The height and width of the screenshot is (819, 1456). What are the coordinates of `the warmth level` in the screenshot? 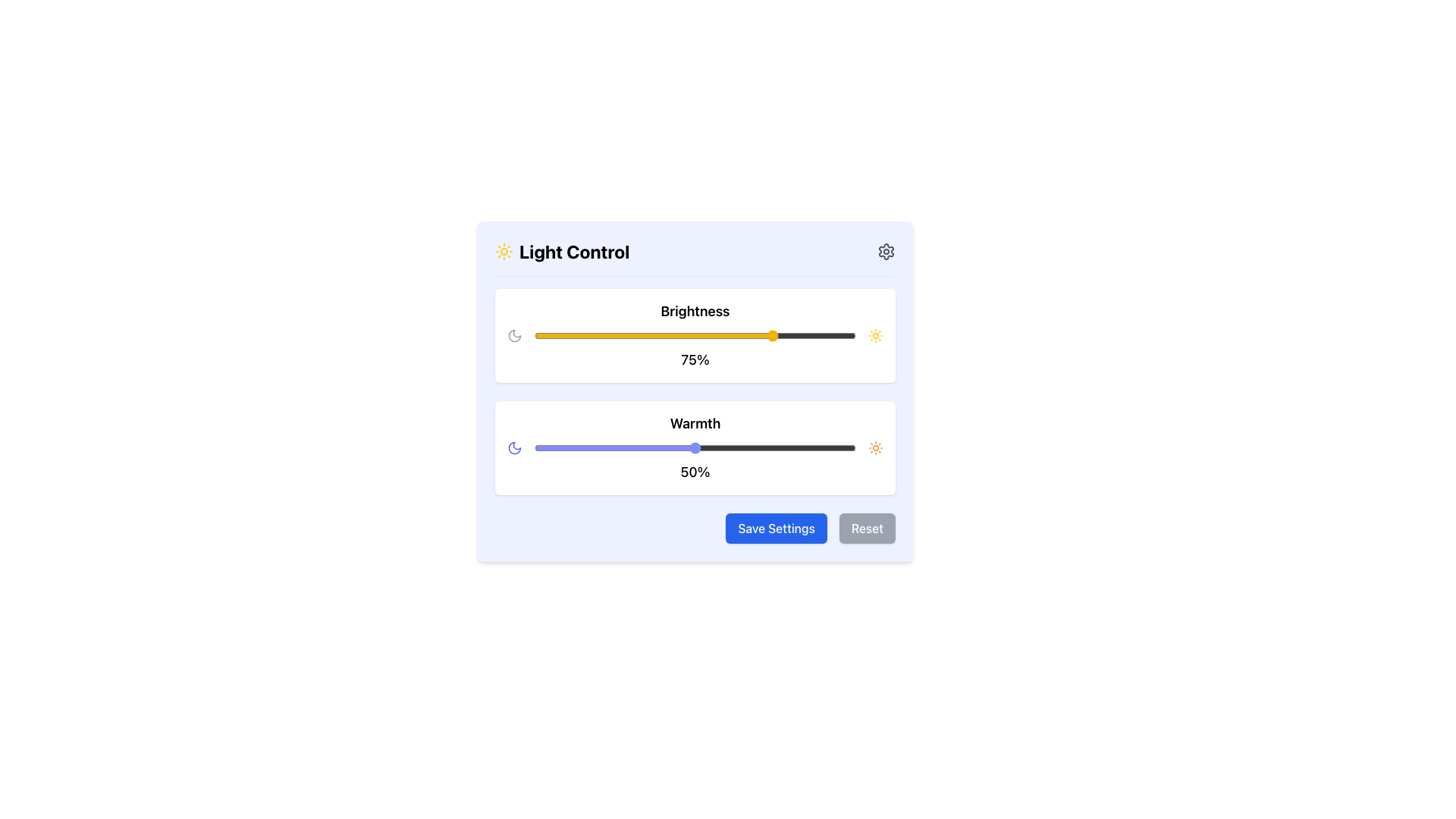 It's located at (598, 447).